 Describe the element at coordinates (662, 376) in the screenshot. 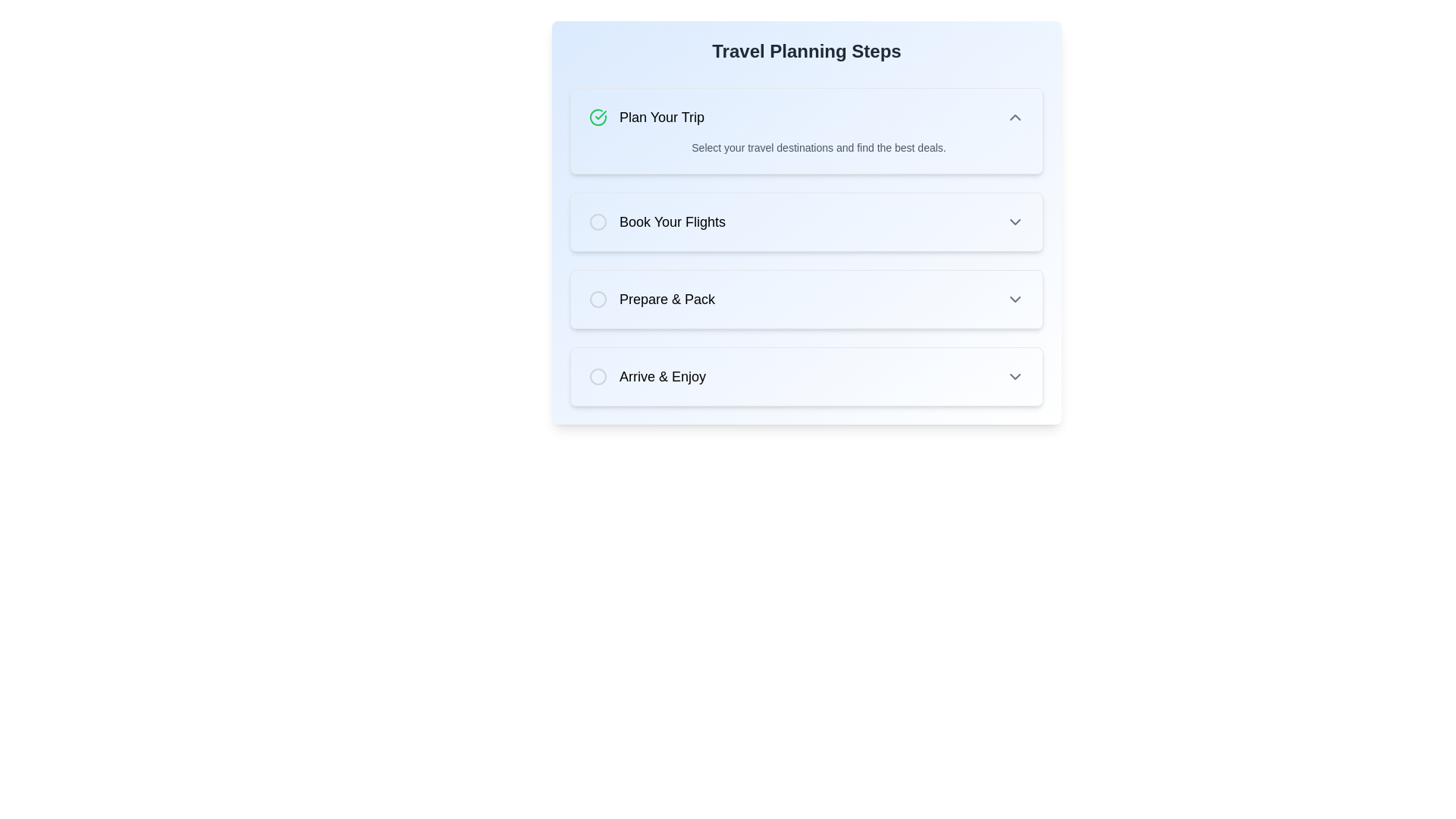

I see `text label for the step 'Arrive & Enjoy', which is the last item in a vertical list of steps, positioned to the right of the last circular icon` at that location.